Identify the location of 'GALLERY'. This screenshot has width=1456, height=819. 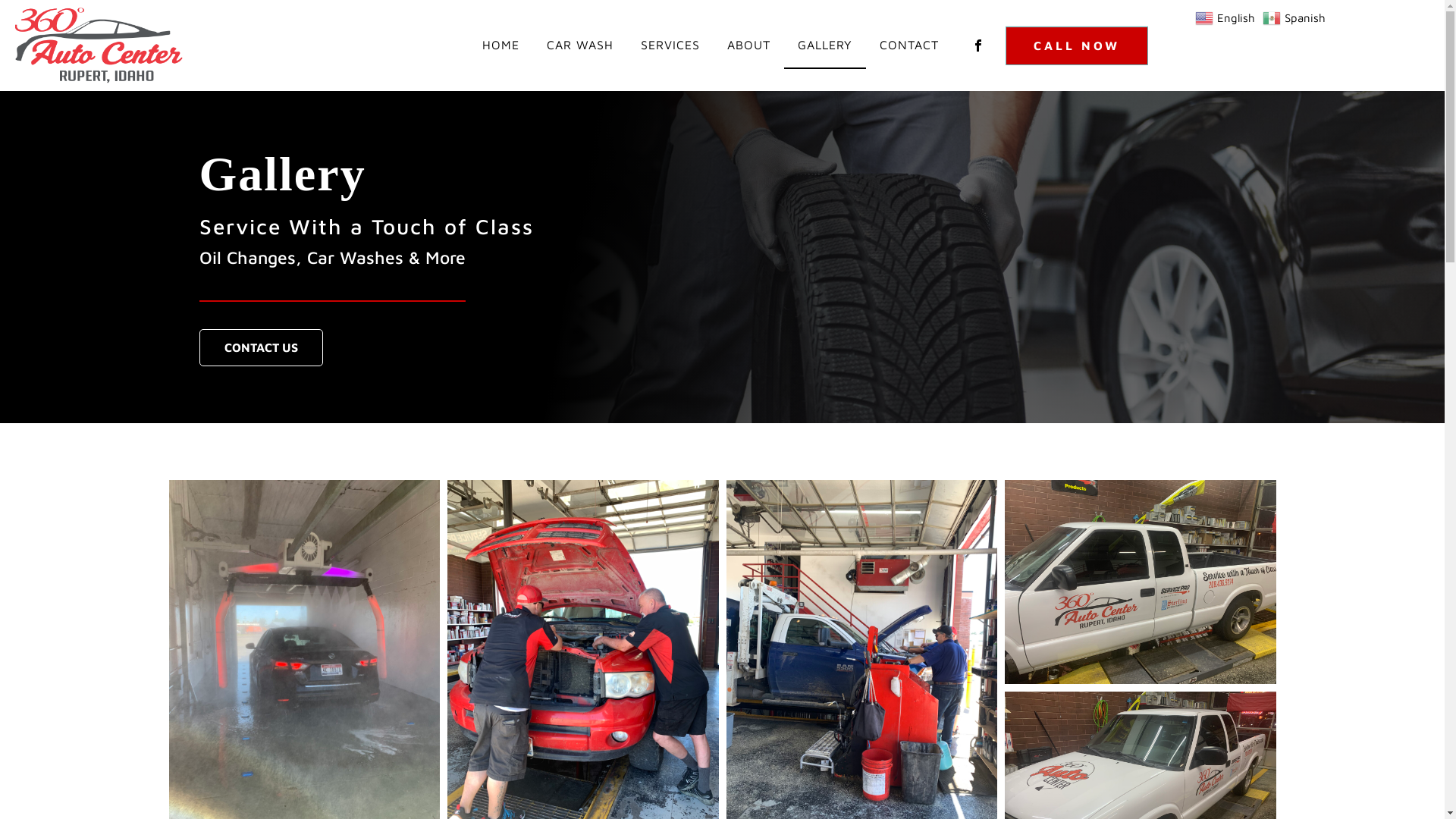
(783, 45).